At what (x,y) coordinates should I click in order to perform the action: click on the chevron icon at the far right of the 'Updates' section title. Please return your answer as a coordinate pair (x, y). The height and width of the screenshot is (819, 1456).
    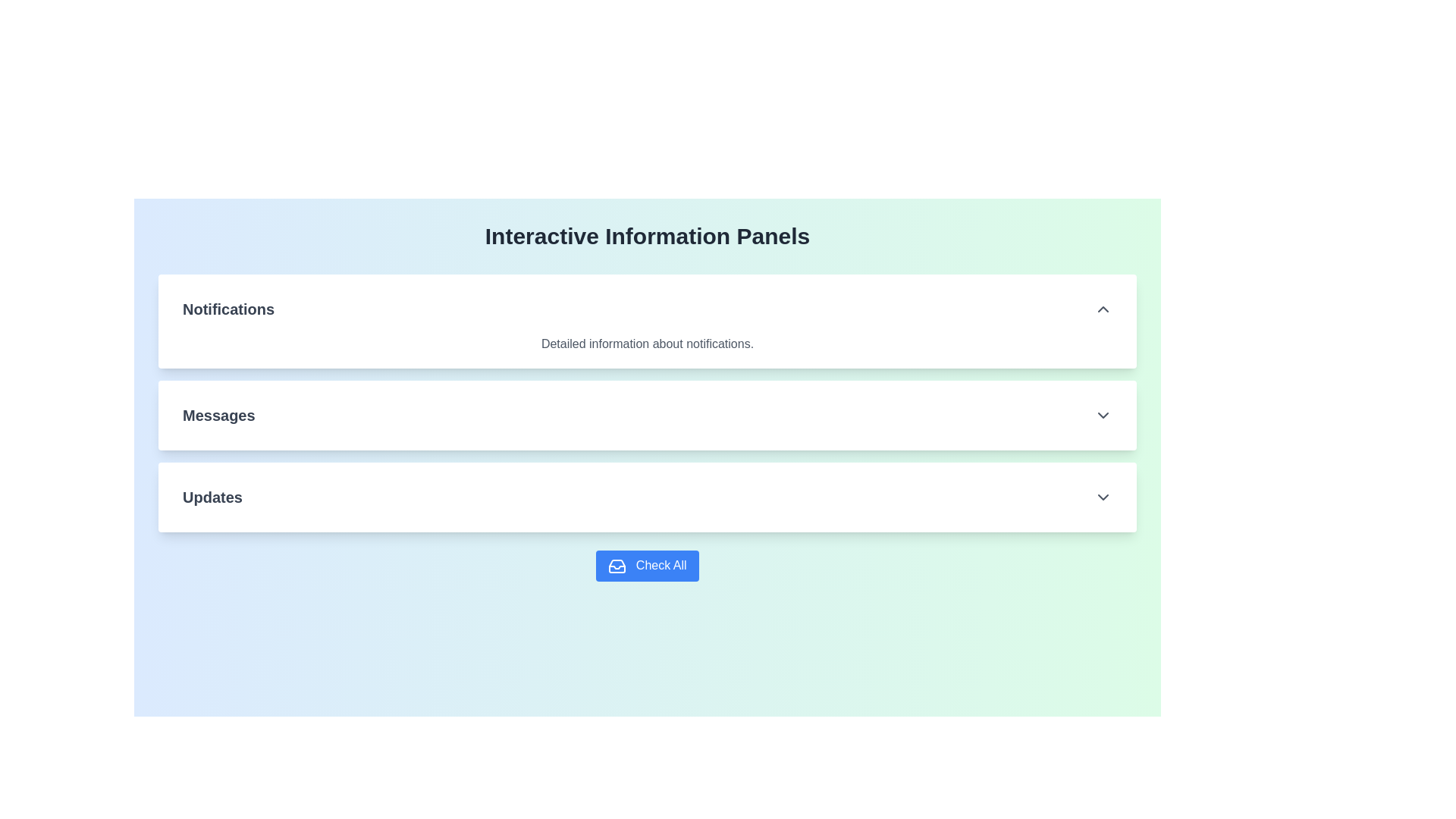
    Looking at the image, I should click on (1103, 497).